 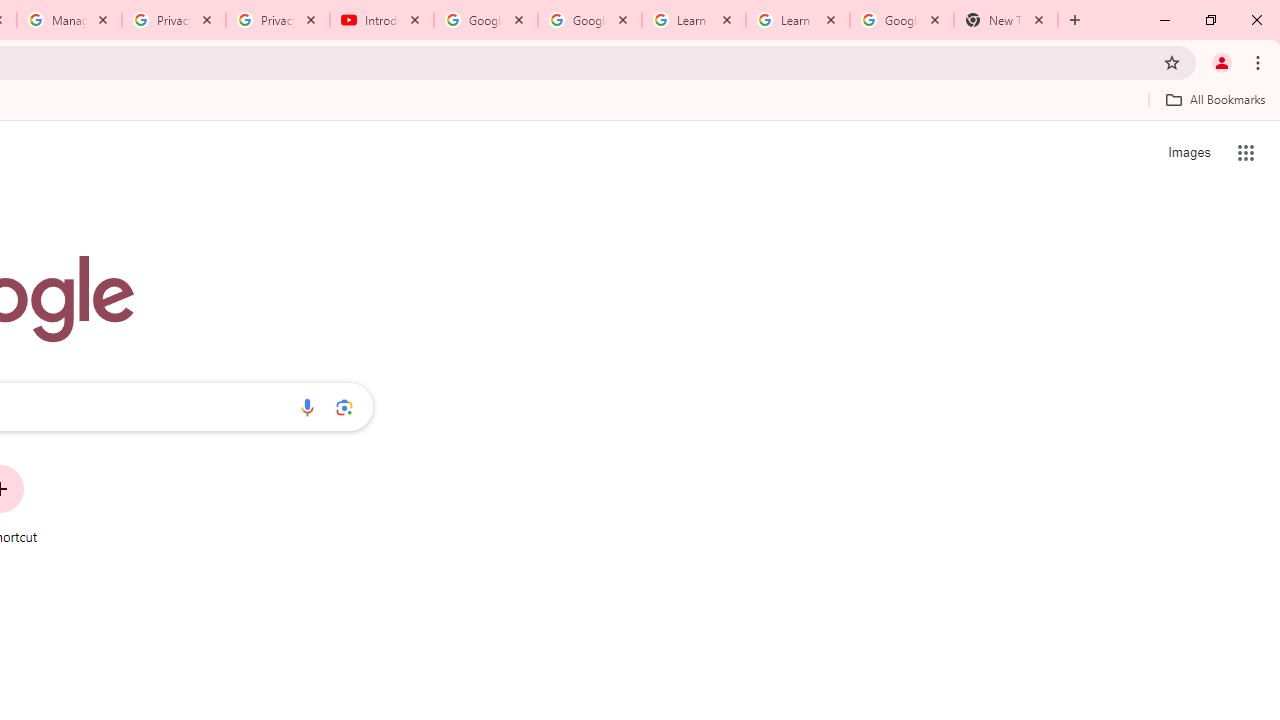 I want to click on 'Introduction | Google Privacy Policy - YouTube', so click(x=382, y=20).